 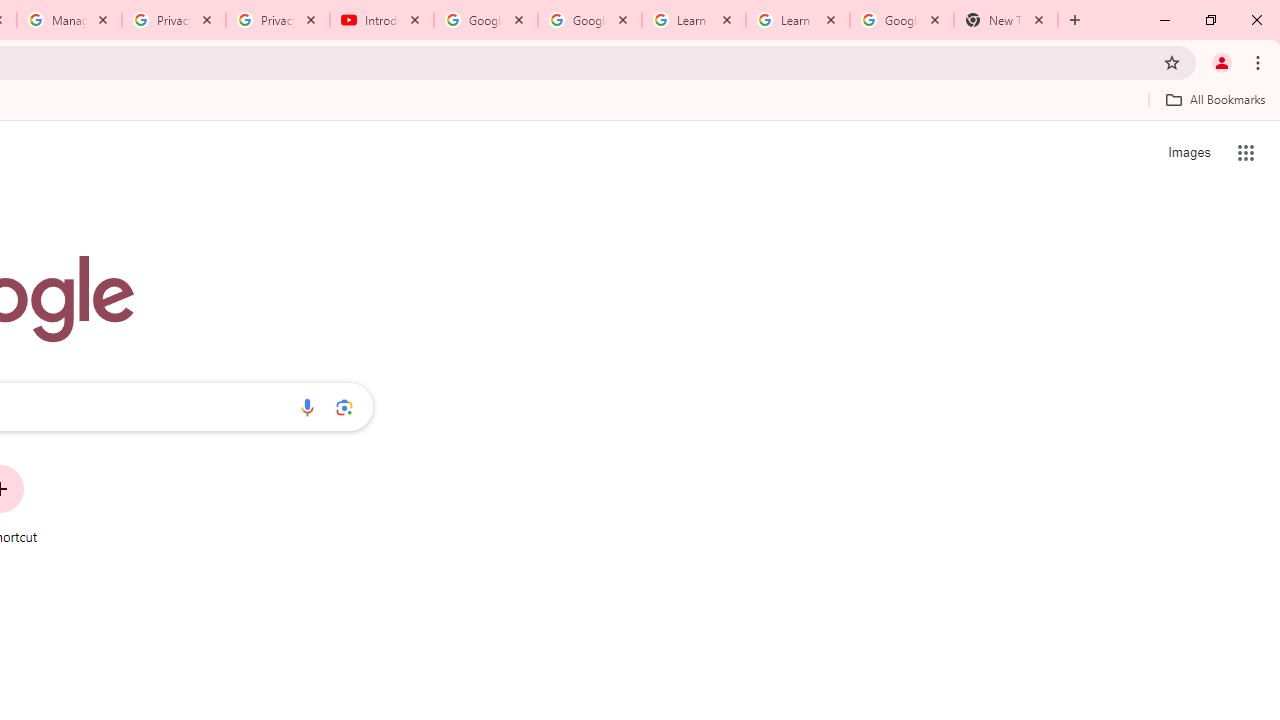 I want to click on 'Introduction | Google Privacy Policy - YouTube', so click(x=382, y=20).